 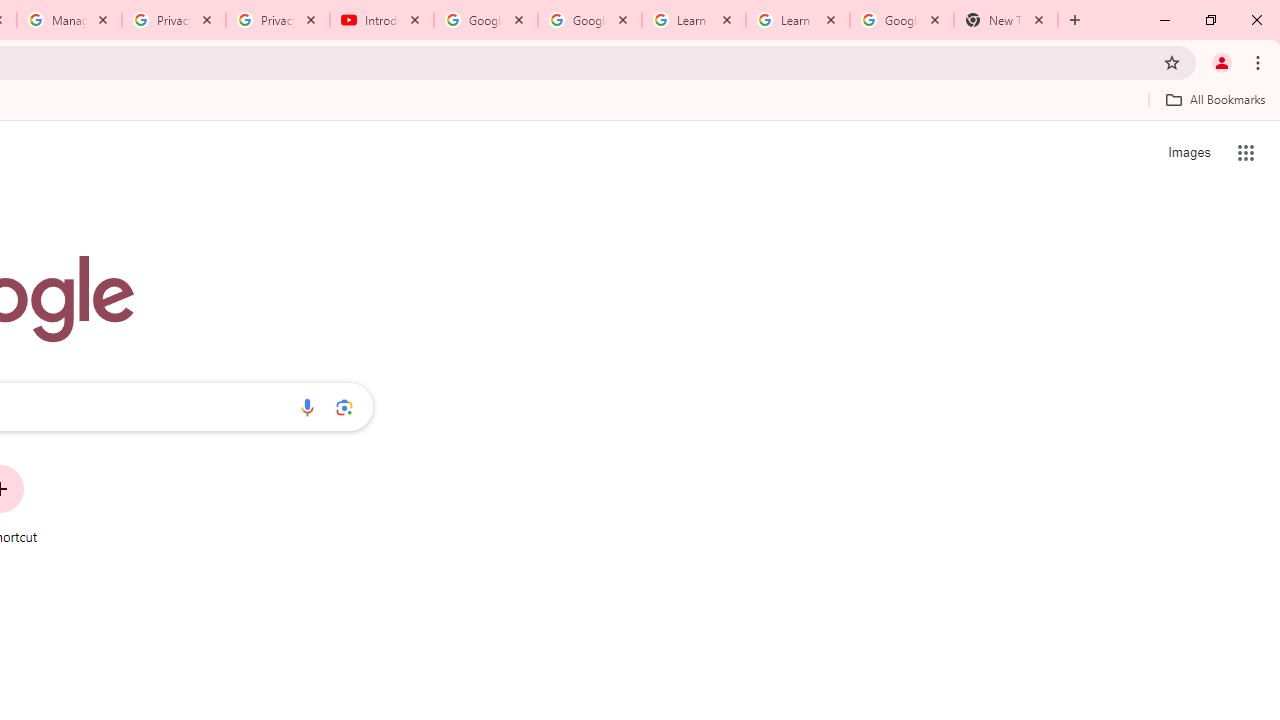 I want to click on 'Introduction | Google Privacy Policy - YouTube', so click(x=382, y=20).